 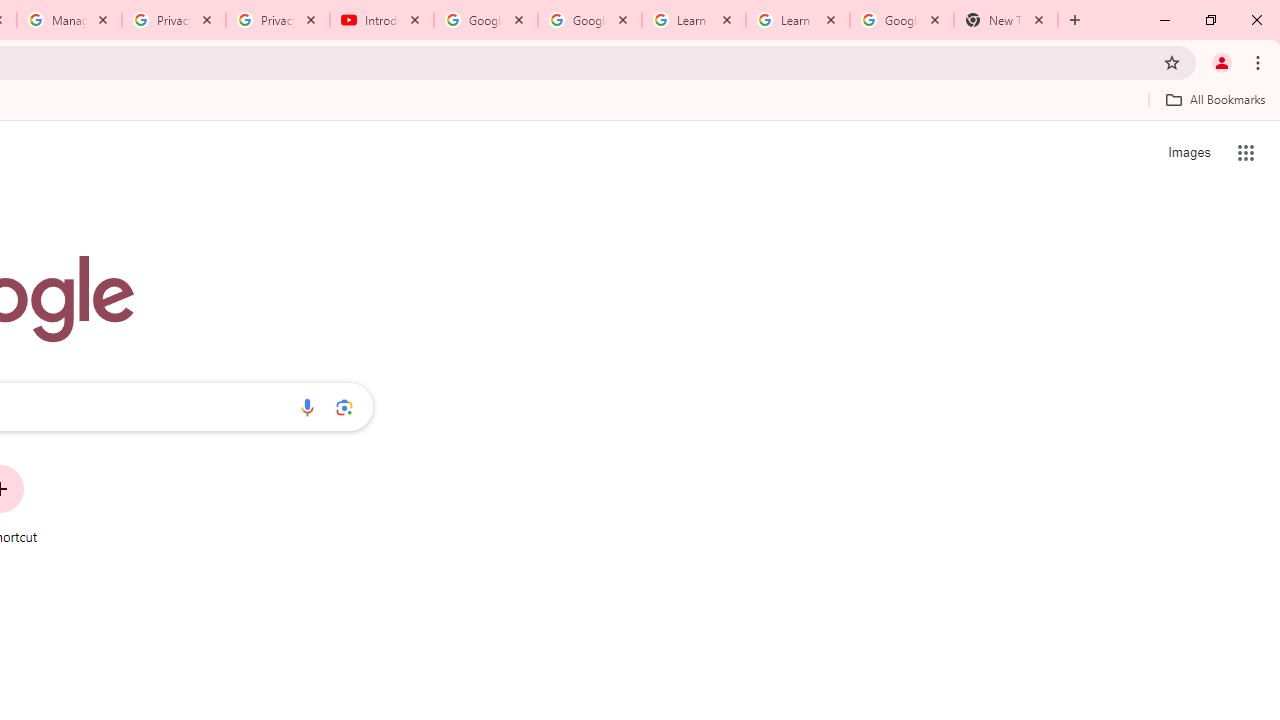 I want to click on 'Introduction | Google Privacy Policy - YouTube', so click(x=382, y=20).